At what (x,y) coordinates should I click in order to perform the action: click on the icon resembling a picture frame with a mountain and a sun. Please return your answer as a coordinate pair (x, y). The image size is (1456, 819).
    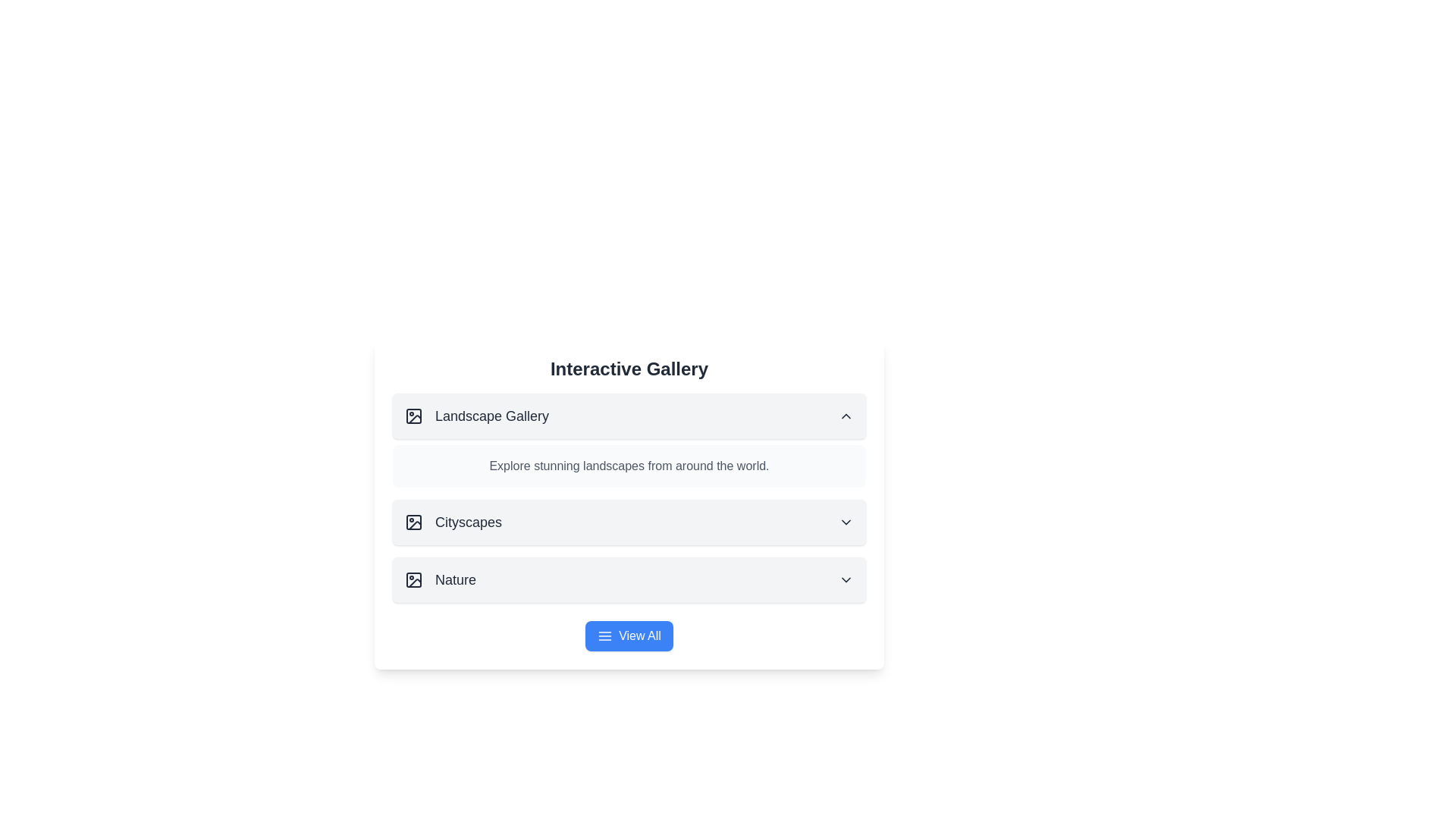
    Looking at the image, I should click on (414, 522).